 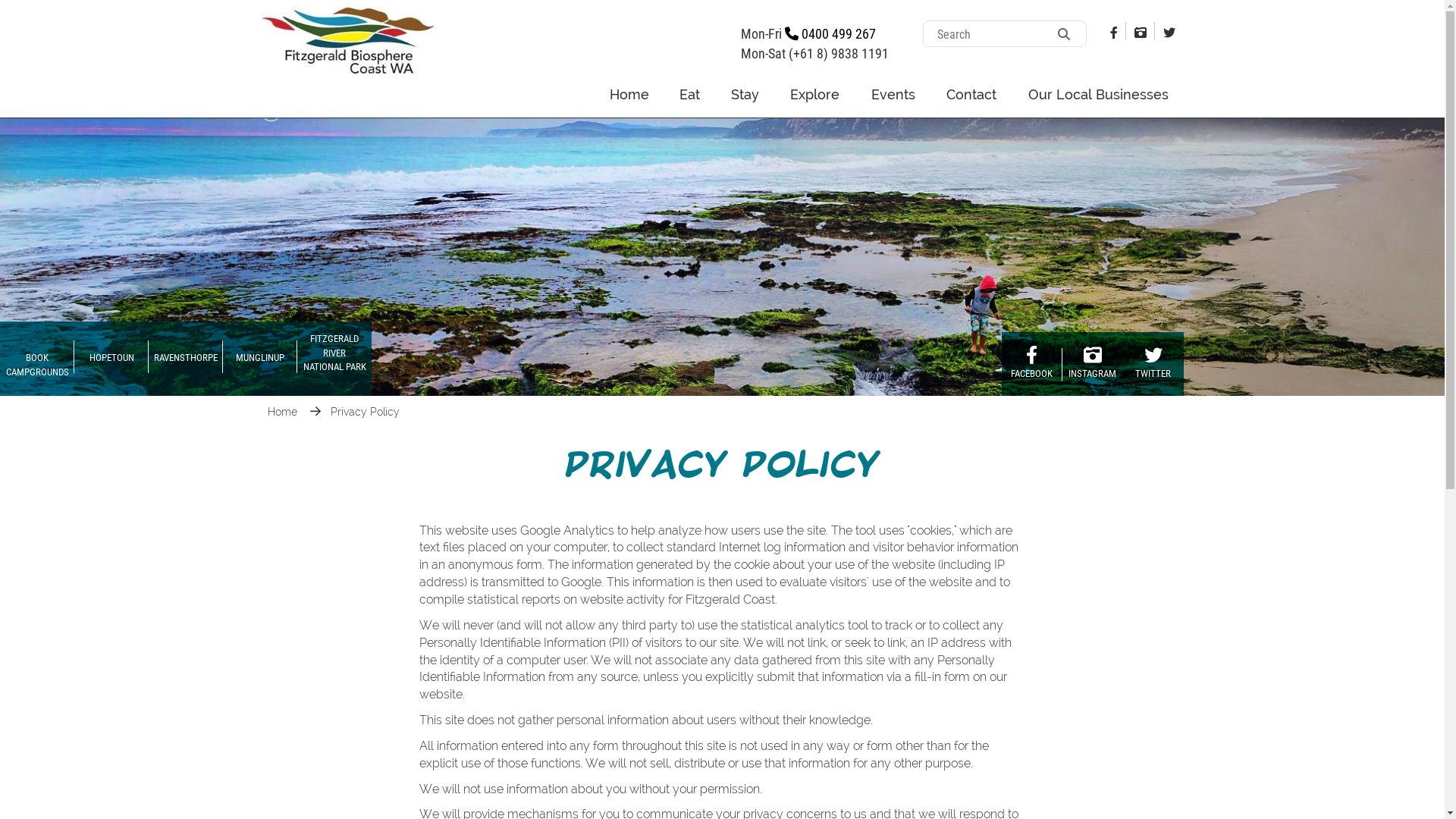 I want to click on 'Home', so click(x=283, y=412).